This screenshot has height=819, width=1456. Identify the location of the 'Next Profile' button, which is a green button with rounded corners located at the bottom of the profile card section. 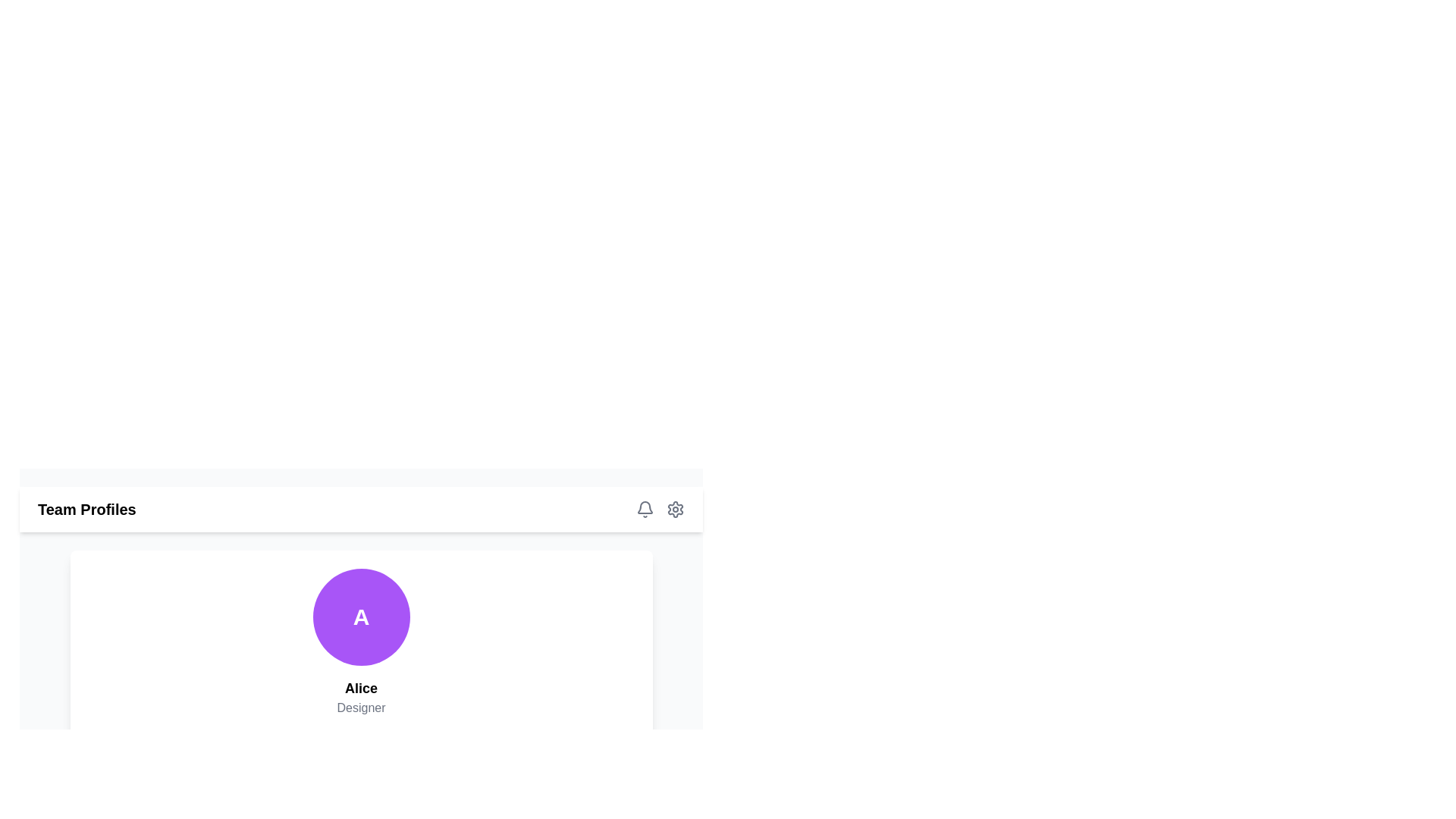
(360, 751).